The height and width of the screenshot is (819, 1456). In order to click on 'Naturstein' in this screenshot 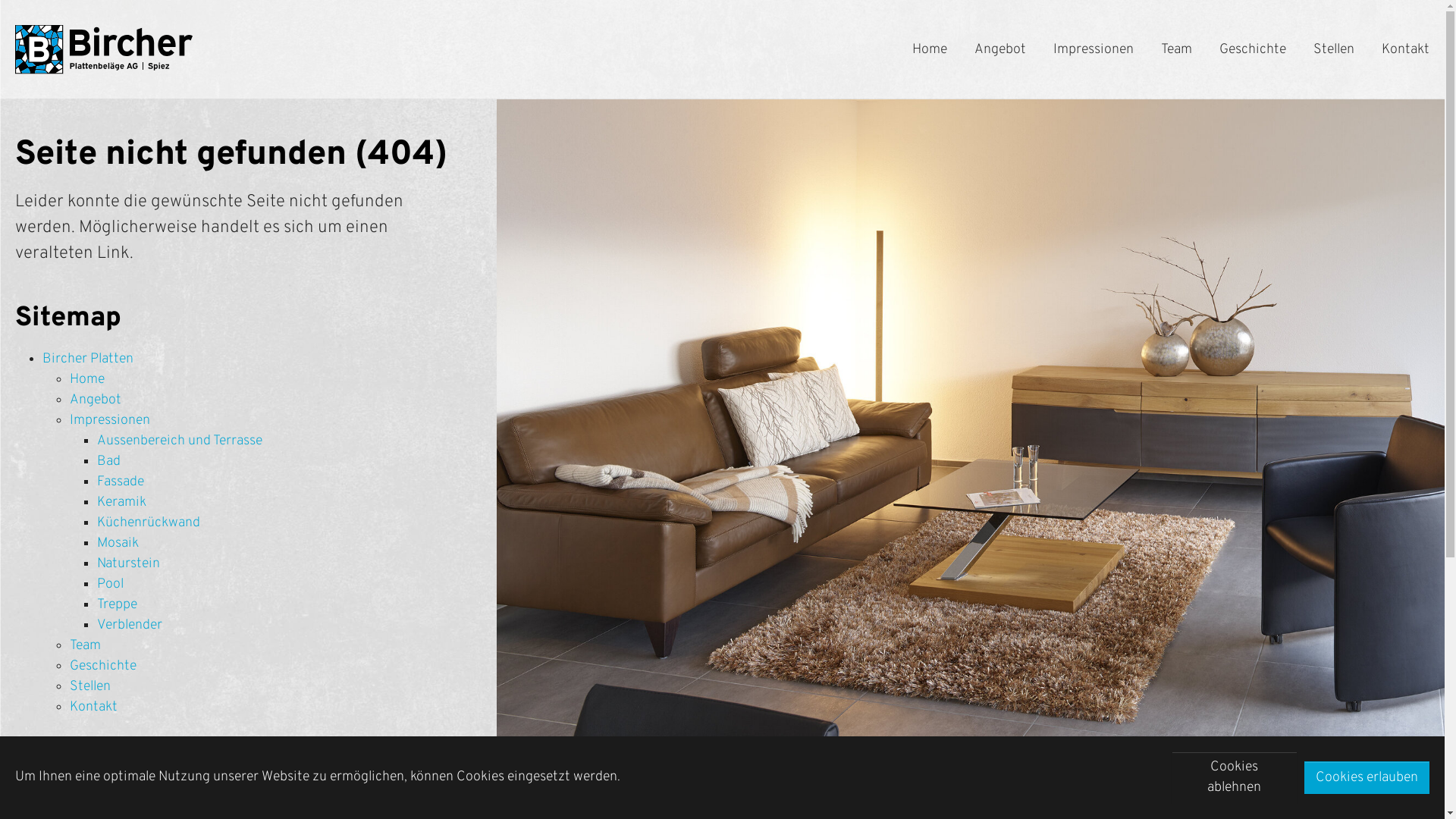, I will do `click(128, 563)`.